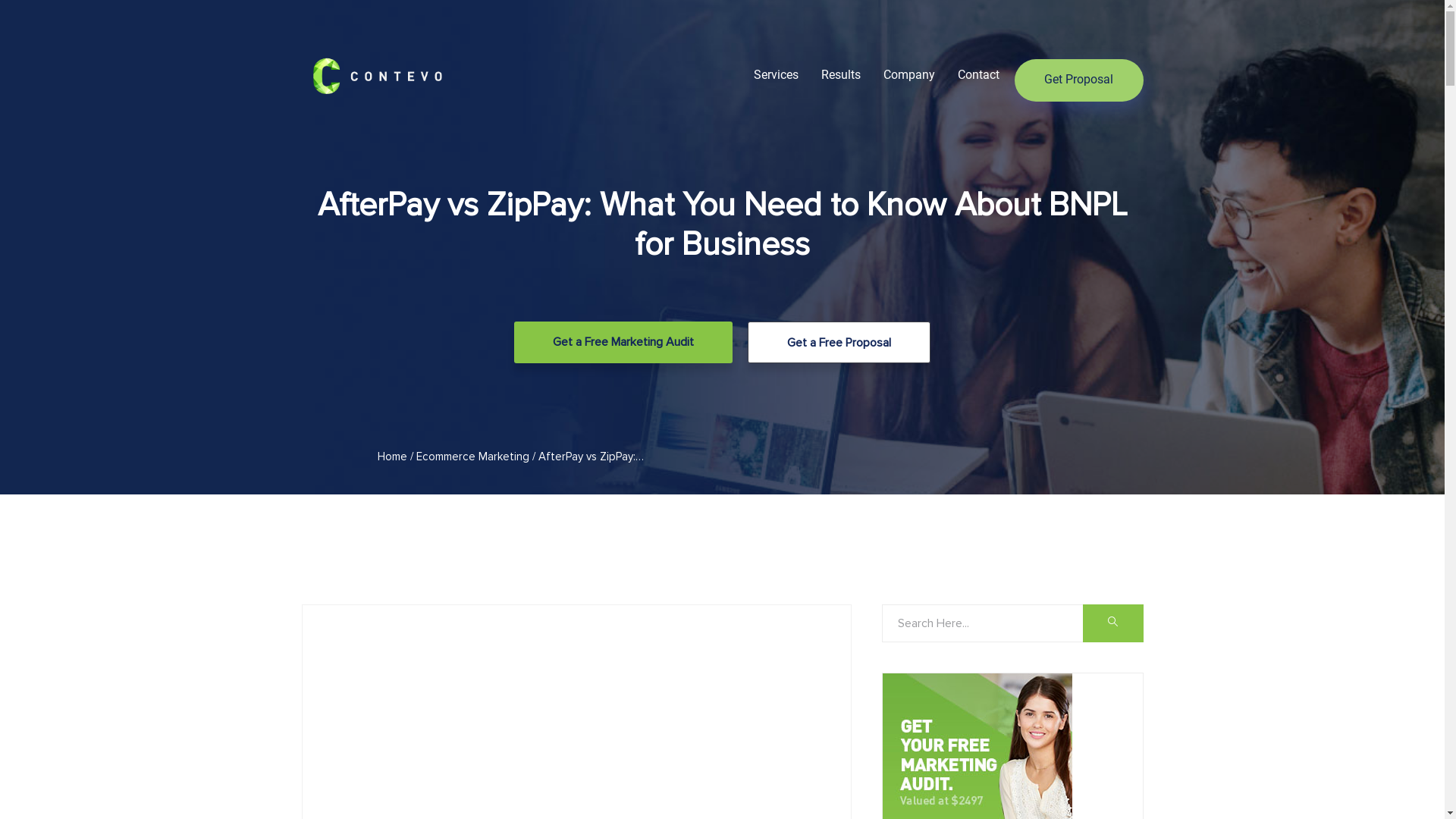 The height and width of the screenshot is (819, 1456). What do you see at coordinates (956, 74) in the screenshot?
I see `'Contact'` at bounding box center [956, 74].